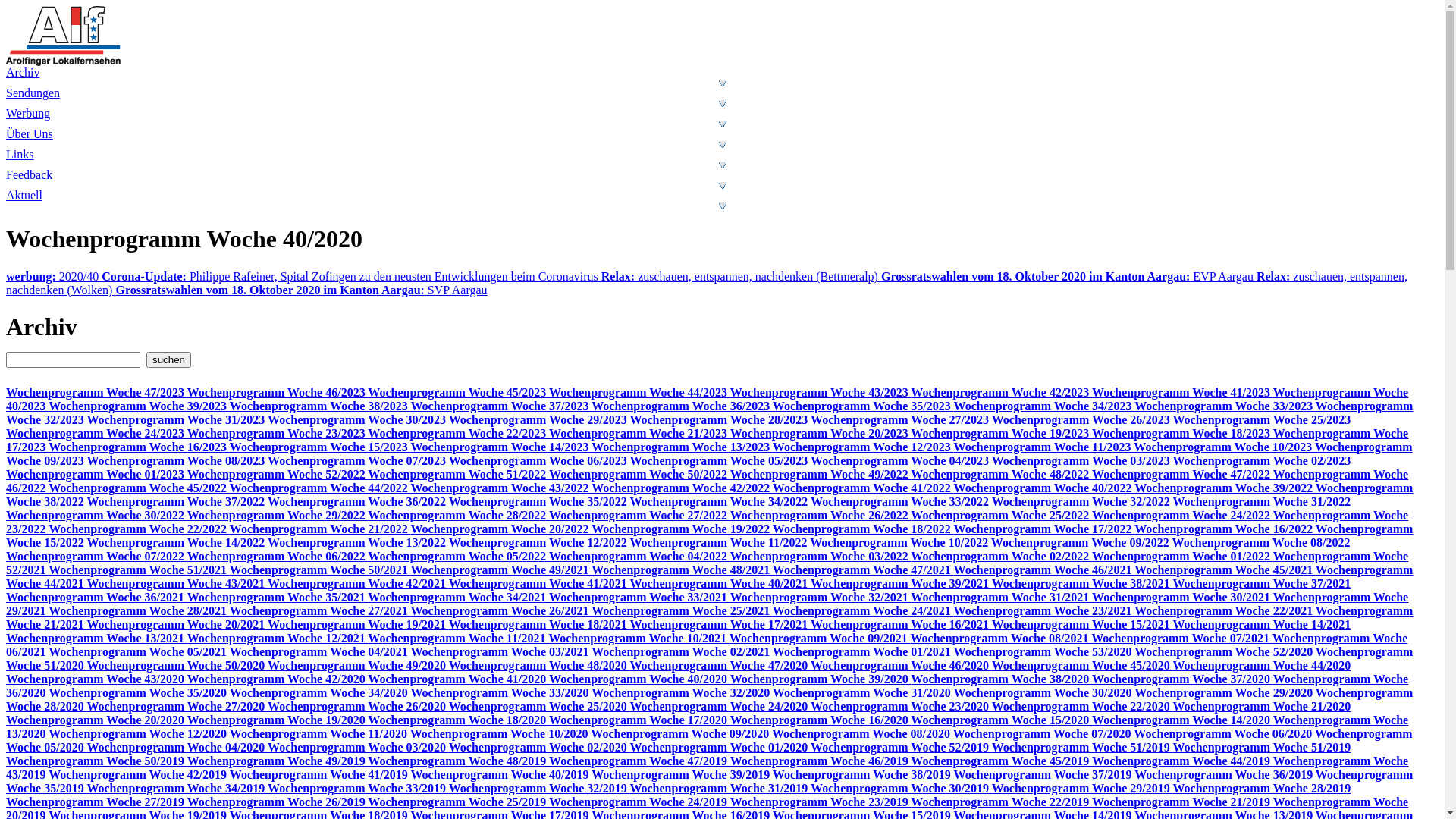  Describe the element at coordinates (457, 391) in the screenshot. I see `'Wochenprogramm Woche 45/2023'` at that location.